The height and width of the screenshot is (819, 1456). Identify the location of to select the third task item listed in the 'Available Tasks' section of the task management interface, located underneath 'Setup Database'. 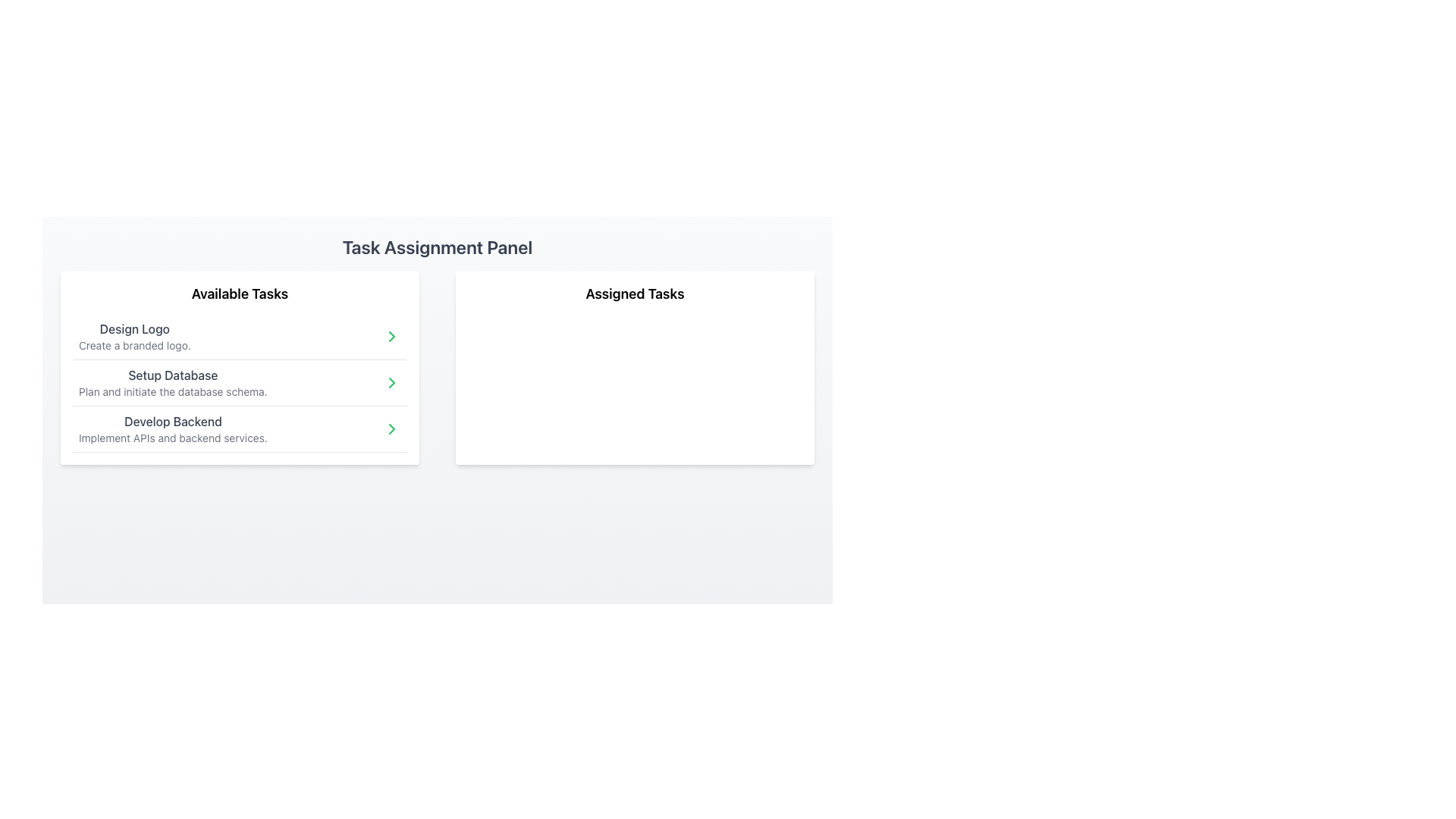
(239, 429).